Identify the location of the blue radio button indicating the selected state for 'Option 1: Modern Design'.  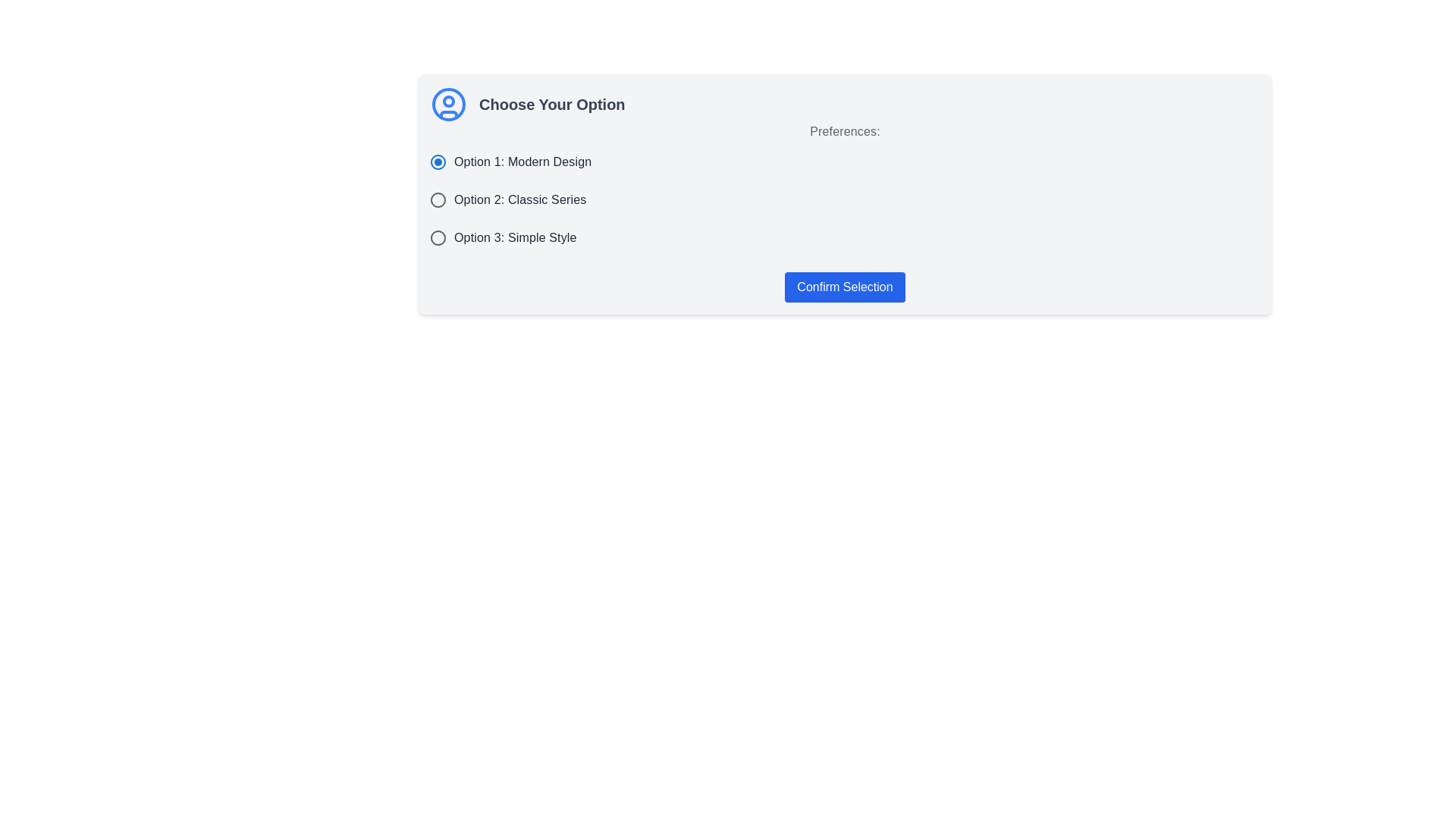
(437, 162).